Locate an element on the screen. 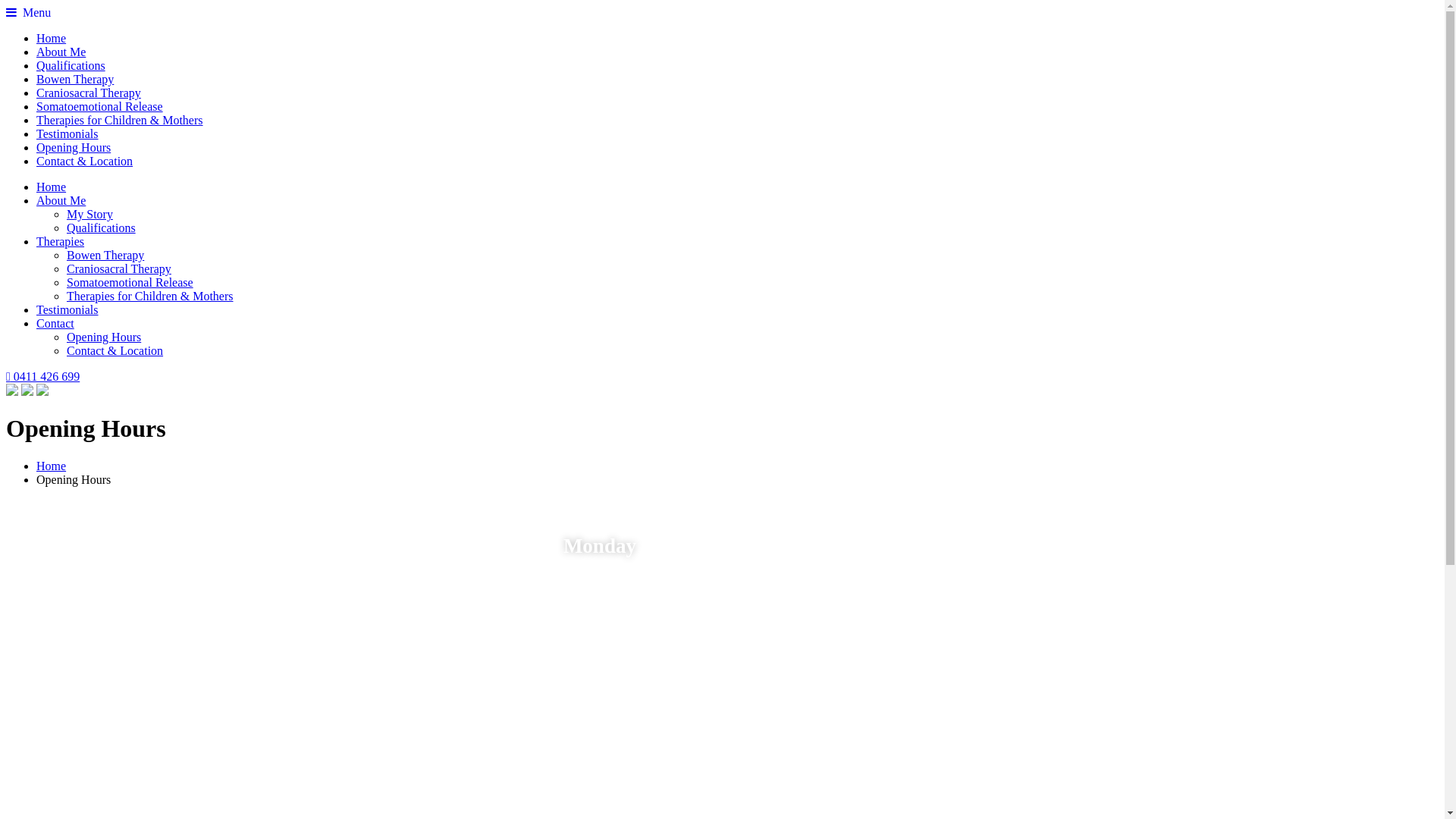 This screenshot has width=1456, height=819. 'Therapies' is located at coordinates (60, 240).